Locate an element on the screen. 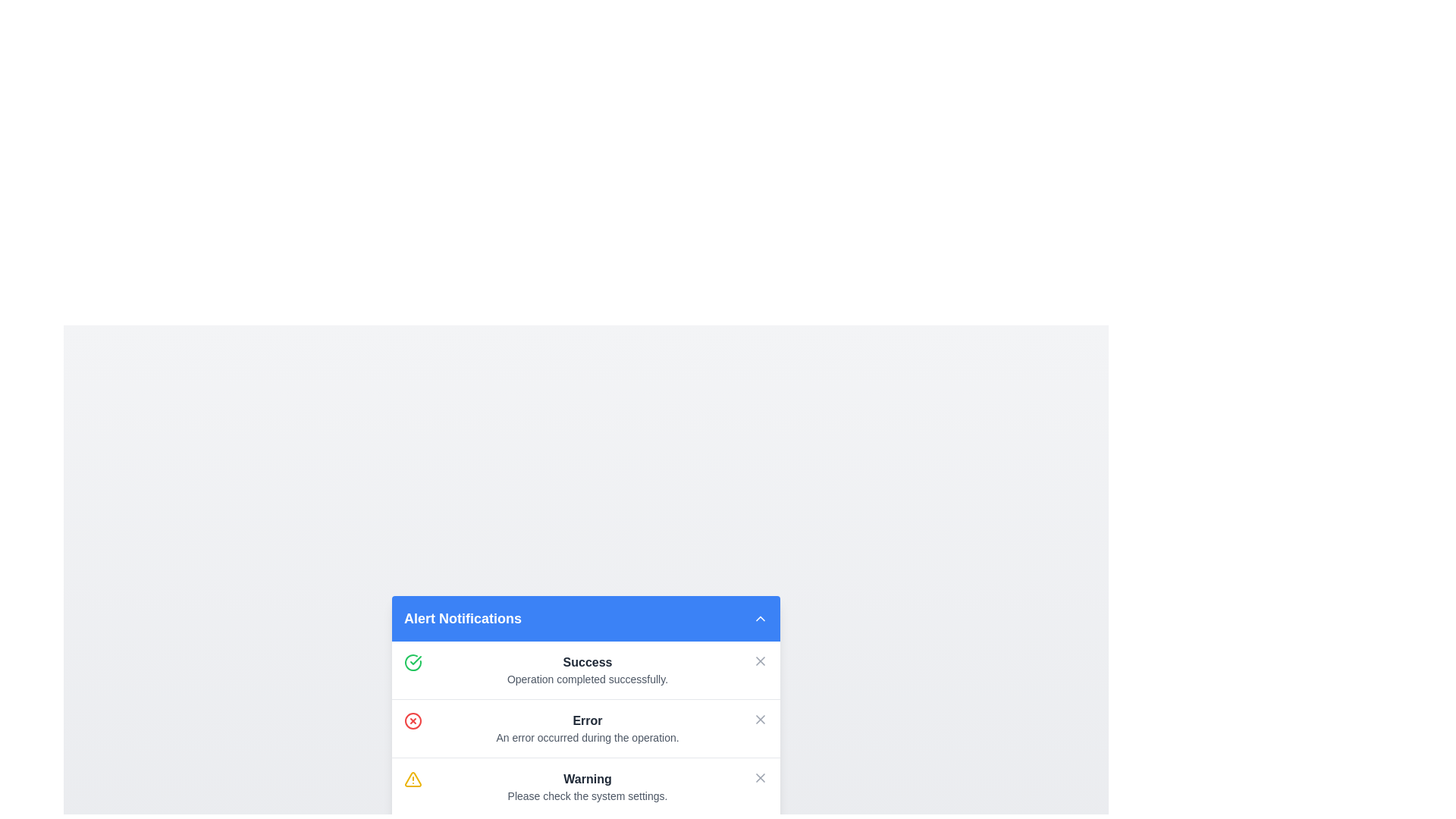 This screenshot has height=819, width=1456. the green circular icon with a checkmark, located on the left side at the top of the notification list item labeled 'Success' is located at coordinates (413, 661).